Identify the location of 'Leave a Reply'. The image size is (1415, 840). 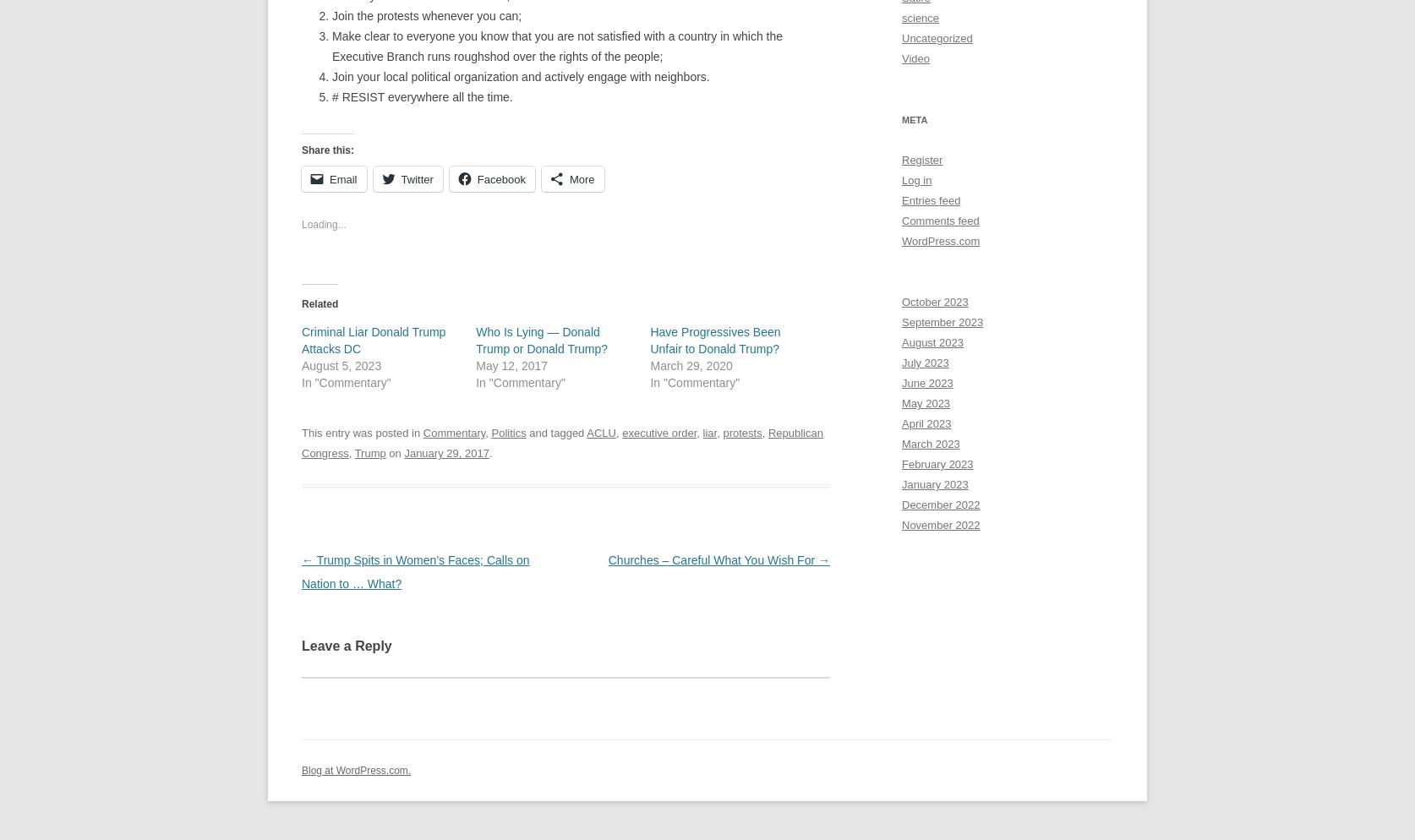
(346, 645).